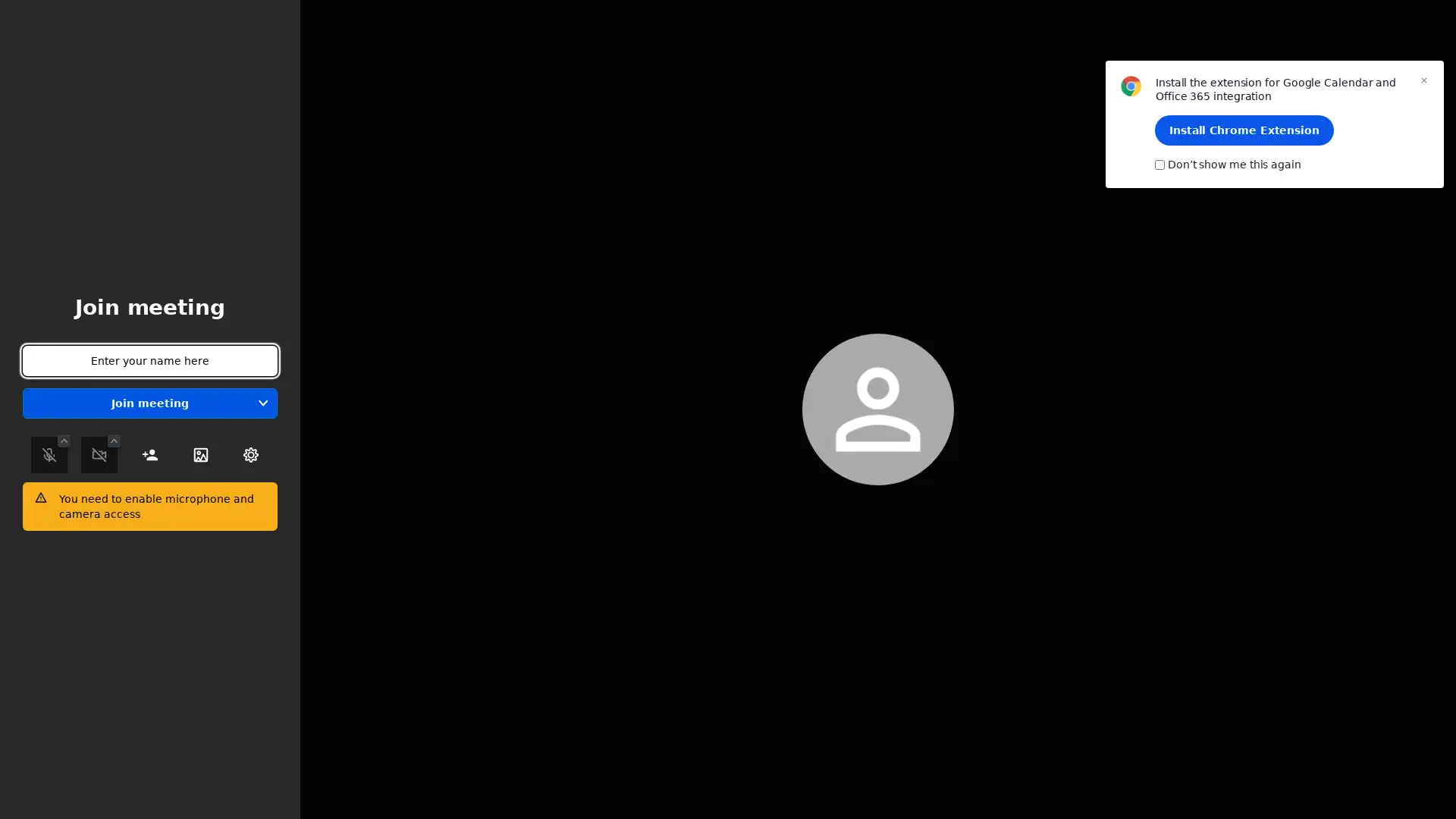  What do you see at coordinates (1244, 130) in the screenshot?
I see `Install Chrome Extension` at bounding box center [1244, 130].